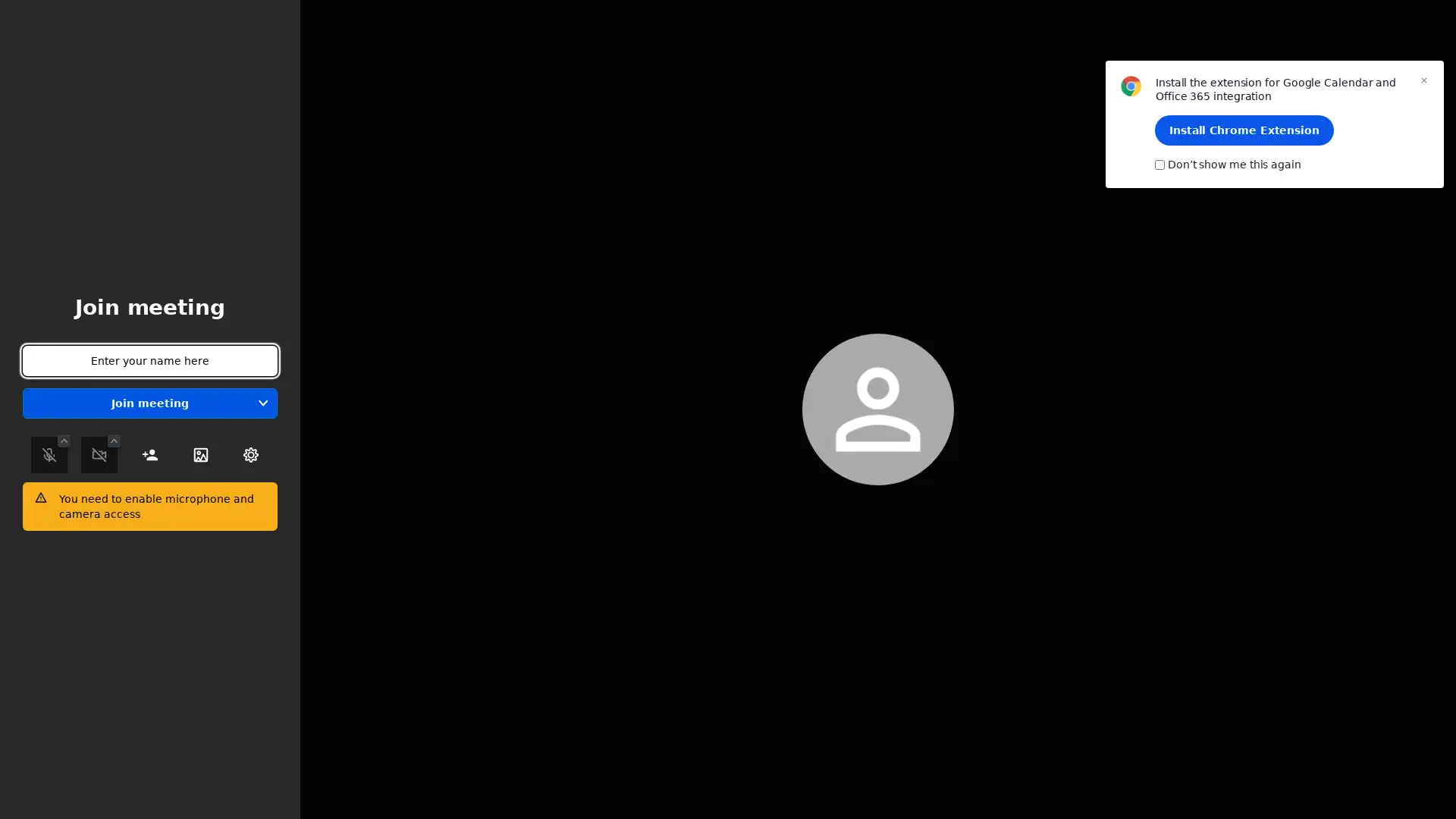  What do you see at coordinates (1244, 130) in the screenshot?
I see `Install Chrome Extension` at bounding box center [1244, 130].